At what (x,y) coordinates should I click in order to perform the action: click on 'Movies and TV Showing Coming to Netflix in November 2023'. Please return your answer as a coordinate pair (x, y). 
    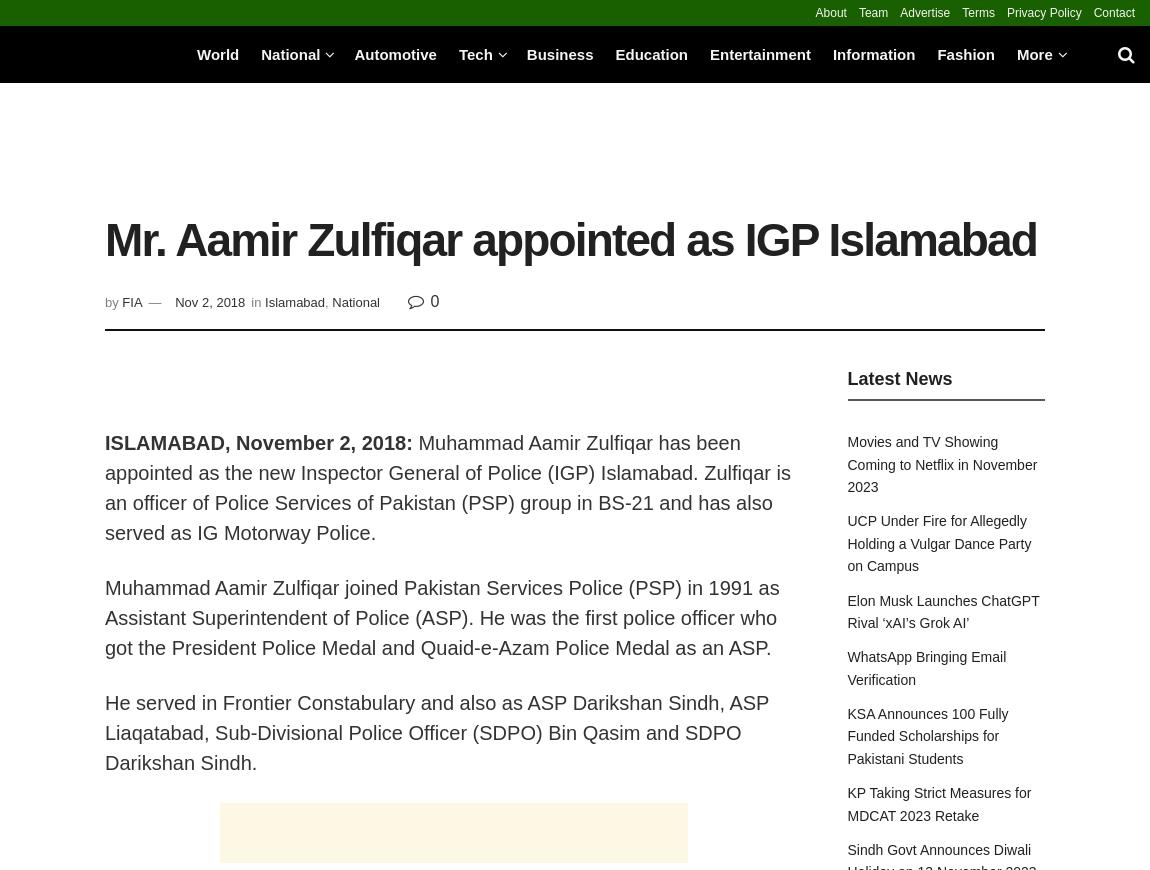
    Looking at the image, I should click on (941, 462).